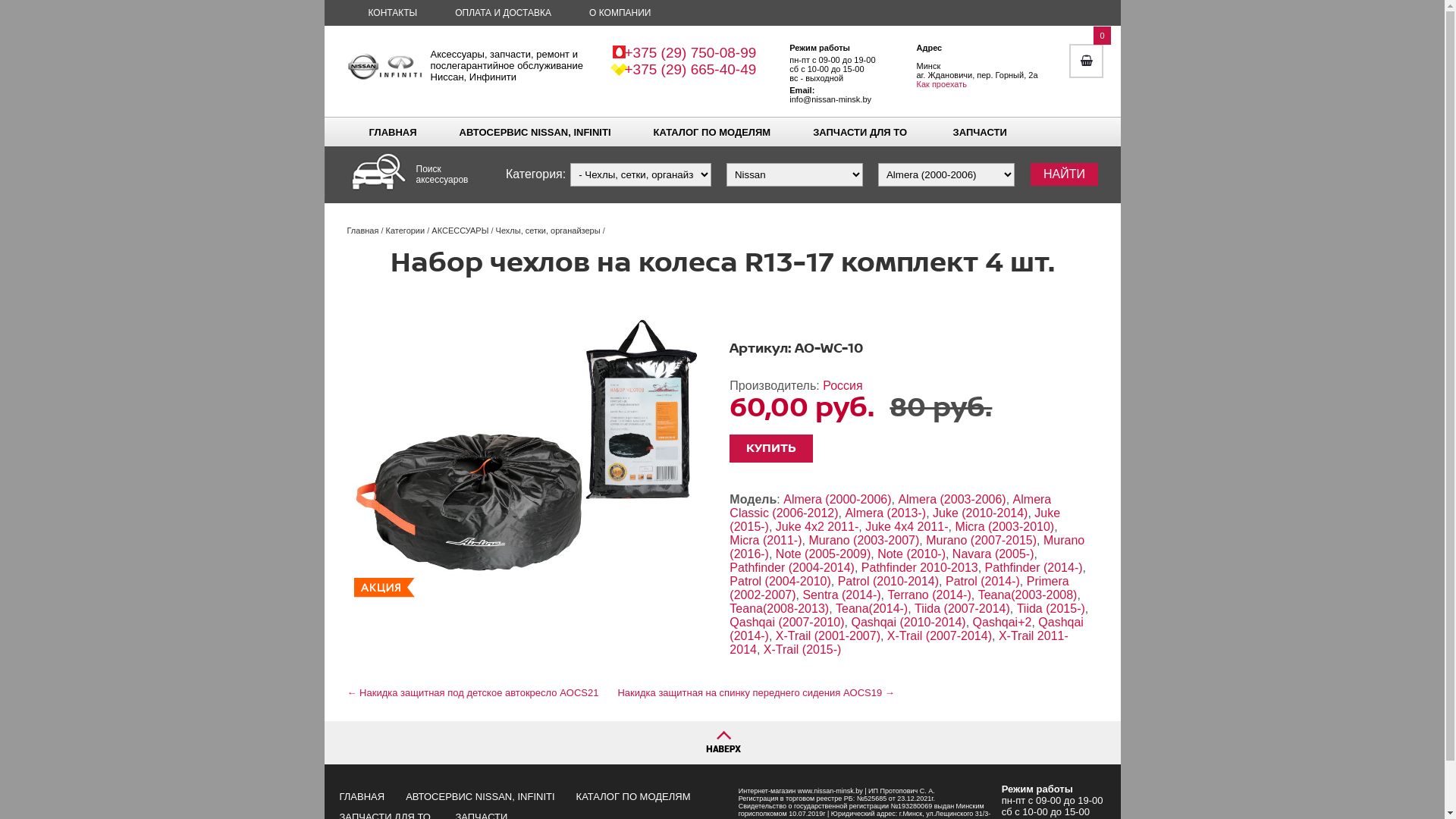 The image size is (1456, 819). Describe the element at coordinates (890, 506) in the screenshot. I see `'Almera Classic (2006-2012)'` at that location.